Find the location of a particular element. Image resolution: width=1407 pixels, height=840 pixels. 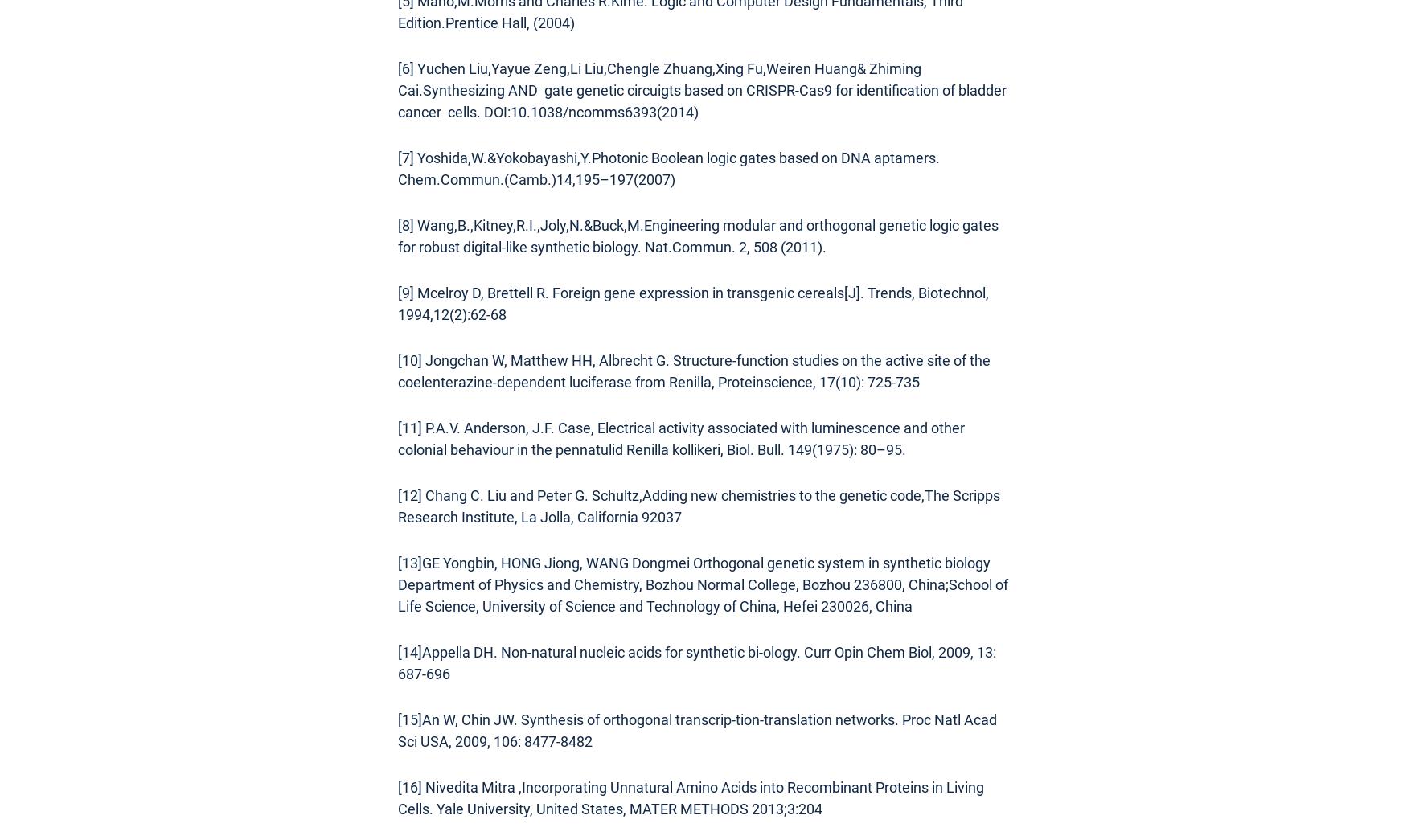

'[12] Chang C. Liu and Peter G. Schultz,Adding new chemistries to the genetic code,The Scripps Research Institute, La Jolla, California 92037' is located at coordinates (699, 506).